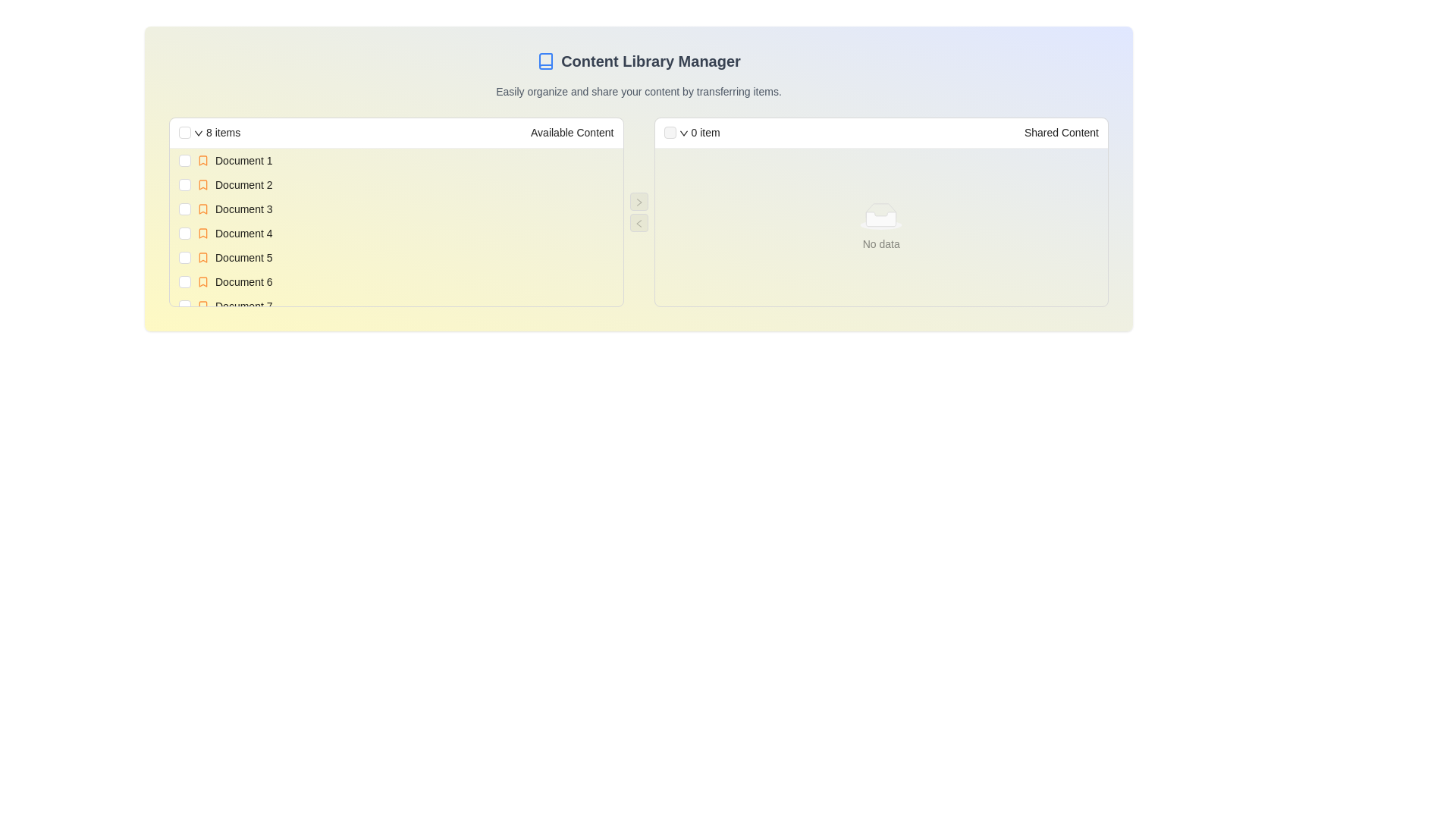 The width and height of the screenshot is (1456, 819). What do you see at coordinates (243, 234) in the screenshot?
I see `the text label displaying 'Document 4' in the 'Available Content' section` at bounding box center [243, 234].